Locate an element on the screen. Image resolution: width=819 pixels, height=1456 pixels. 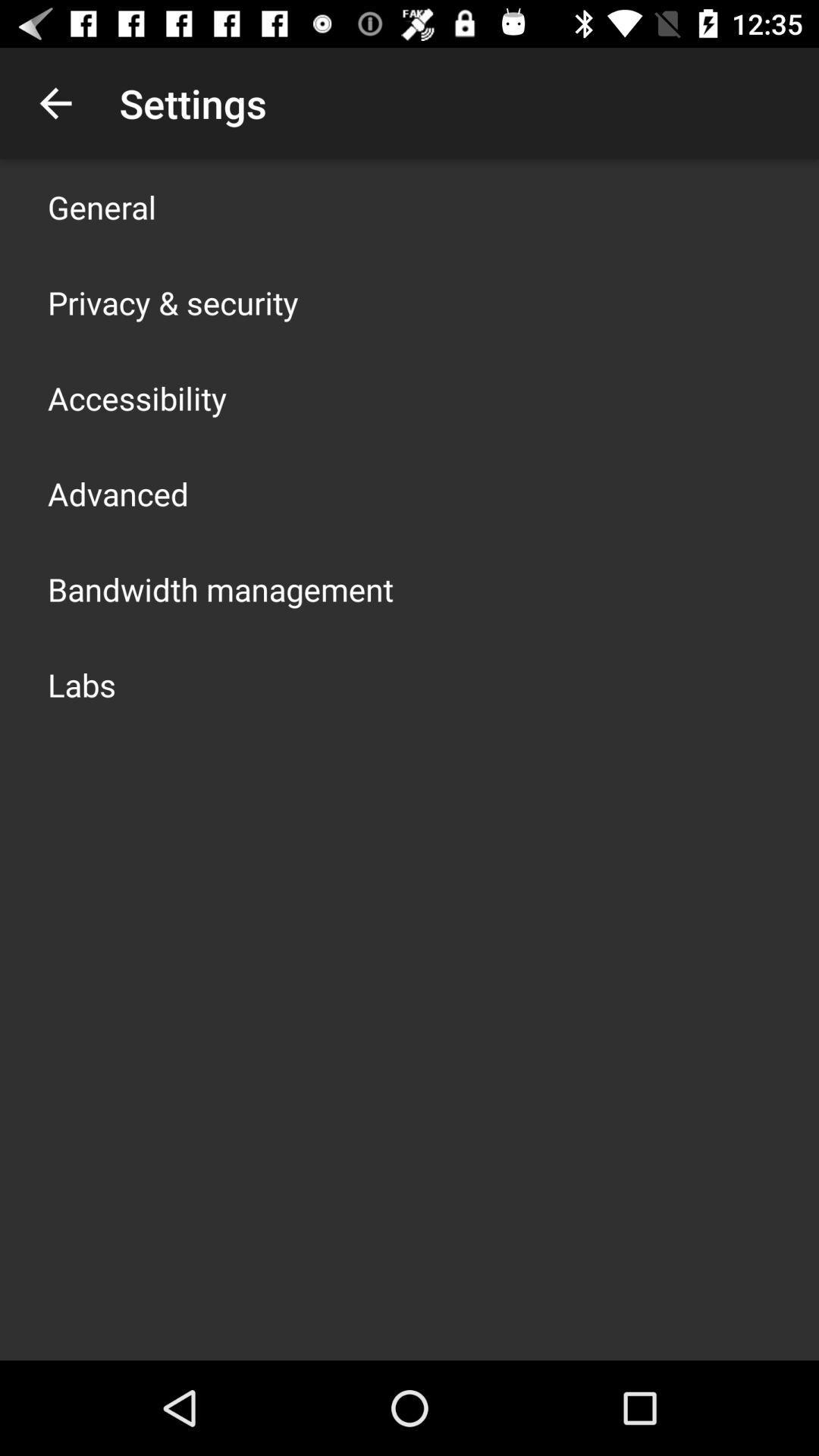
the accessibility icon is located at coordinates (137, 397).